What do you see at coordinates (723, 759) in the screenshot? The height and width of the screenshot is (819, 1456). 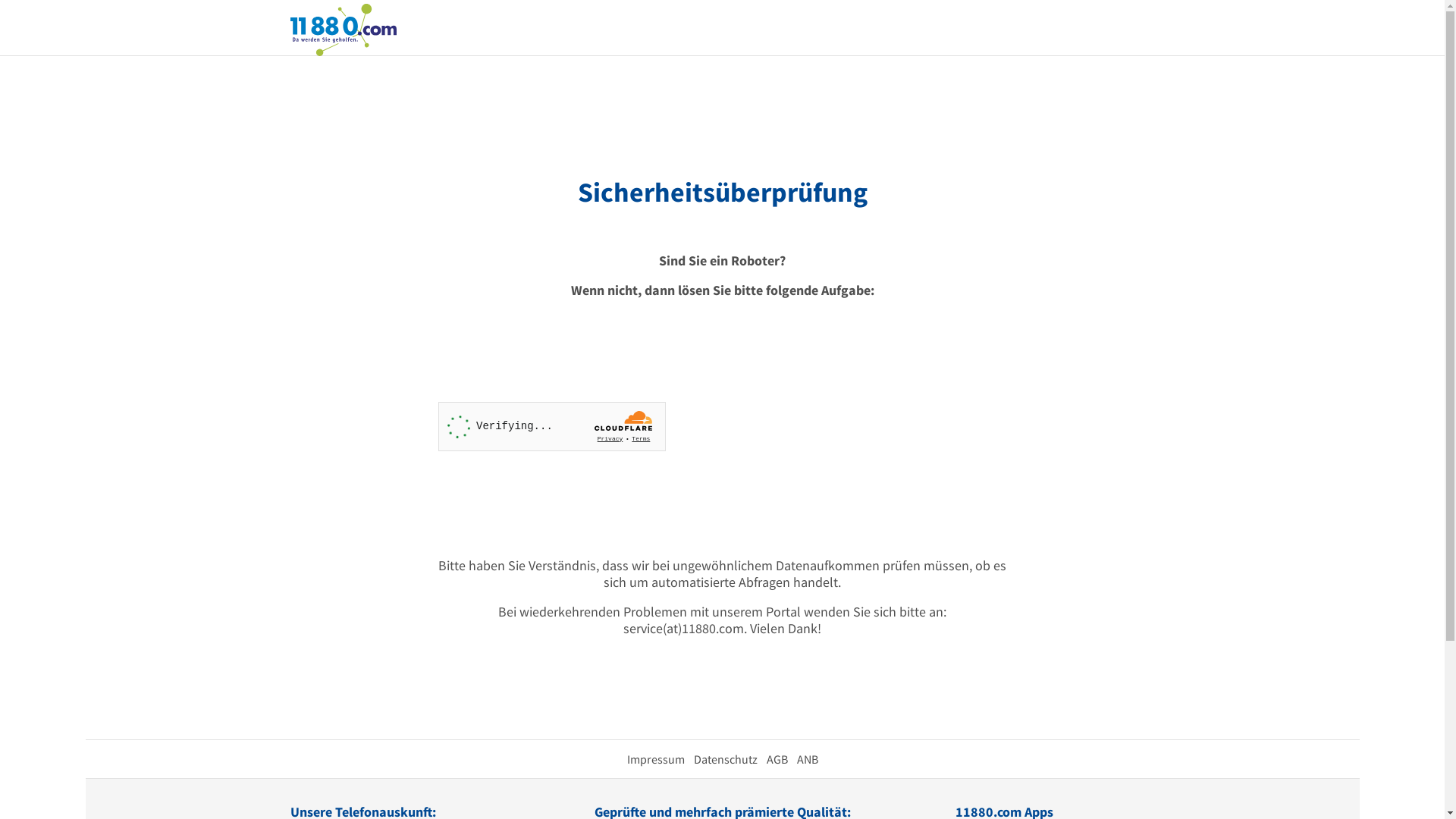 I see `'Datenschutz'` at bounding box center [723, 759].